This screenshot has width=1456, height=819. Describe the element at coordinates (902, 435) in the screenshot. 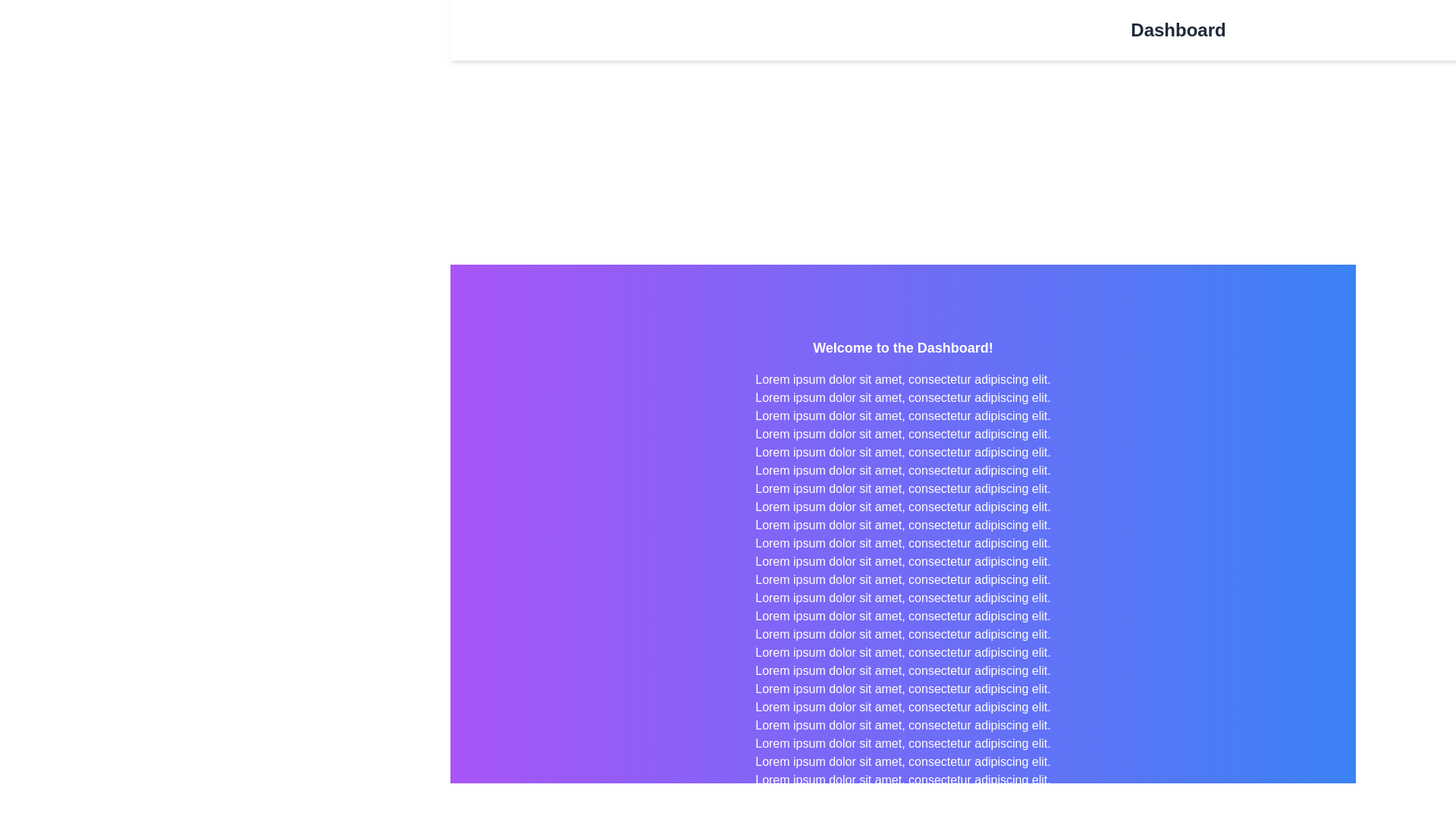

I see `the fifth item in the vertical list of text strings, which provides decorative or informational placeholder content` at that location.